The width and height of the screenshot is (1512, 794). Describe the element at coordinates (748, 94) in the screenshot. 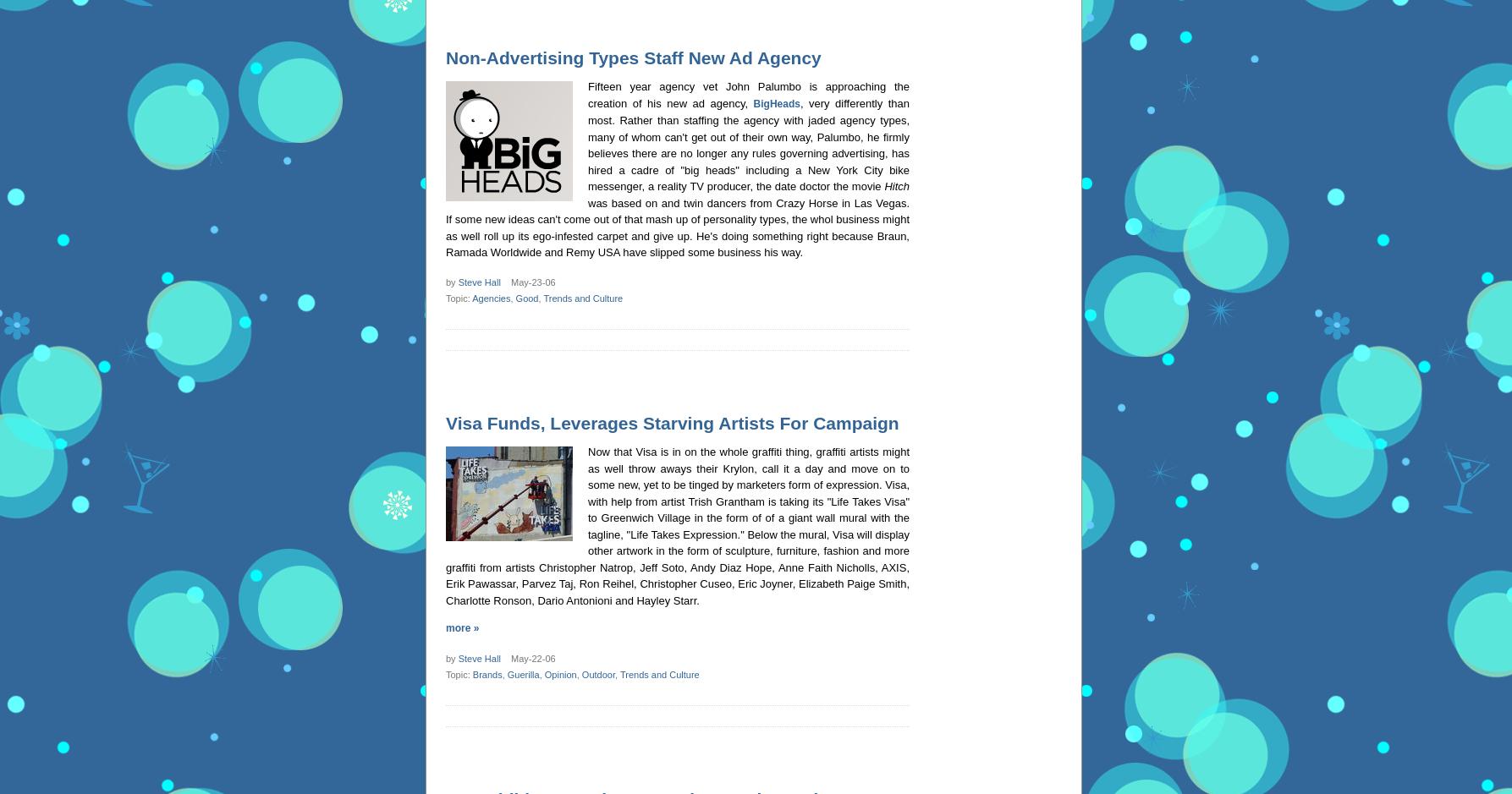

I see `'Fifteen year agency vet John Palumbo is approaching the creation of his new ad agency,'` at that location.